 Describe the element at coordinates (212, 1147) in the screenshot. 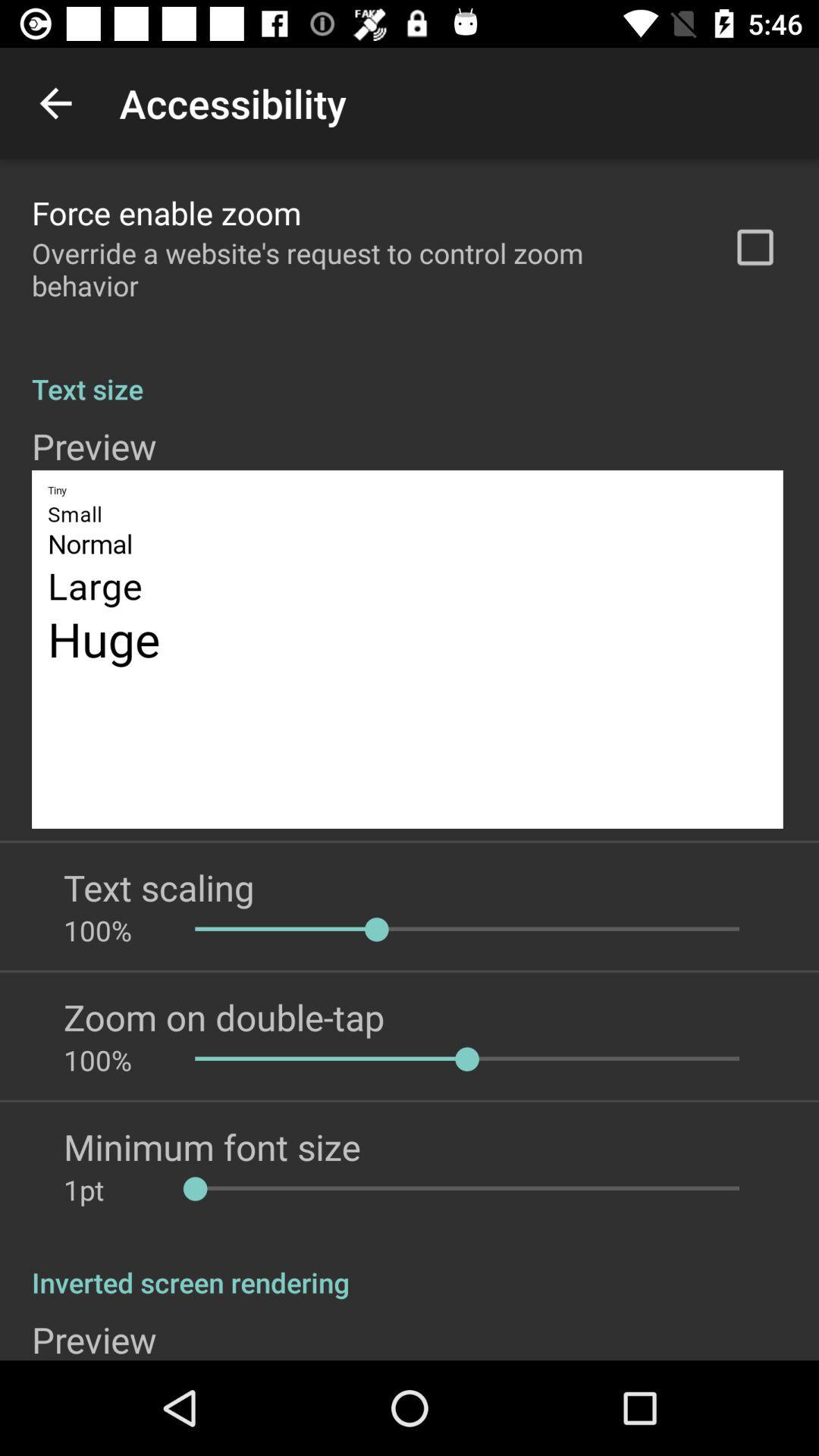

I see `item below 100% app` at that location.